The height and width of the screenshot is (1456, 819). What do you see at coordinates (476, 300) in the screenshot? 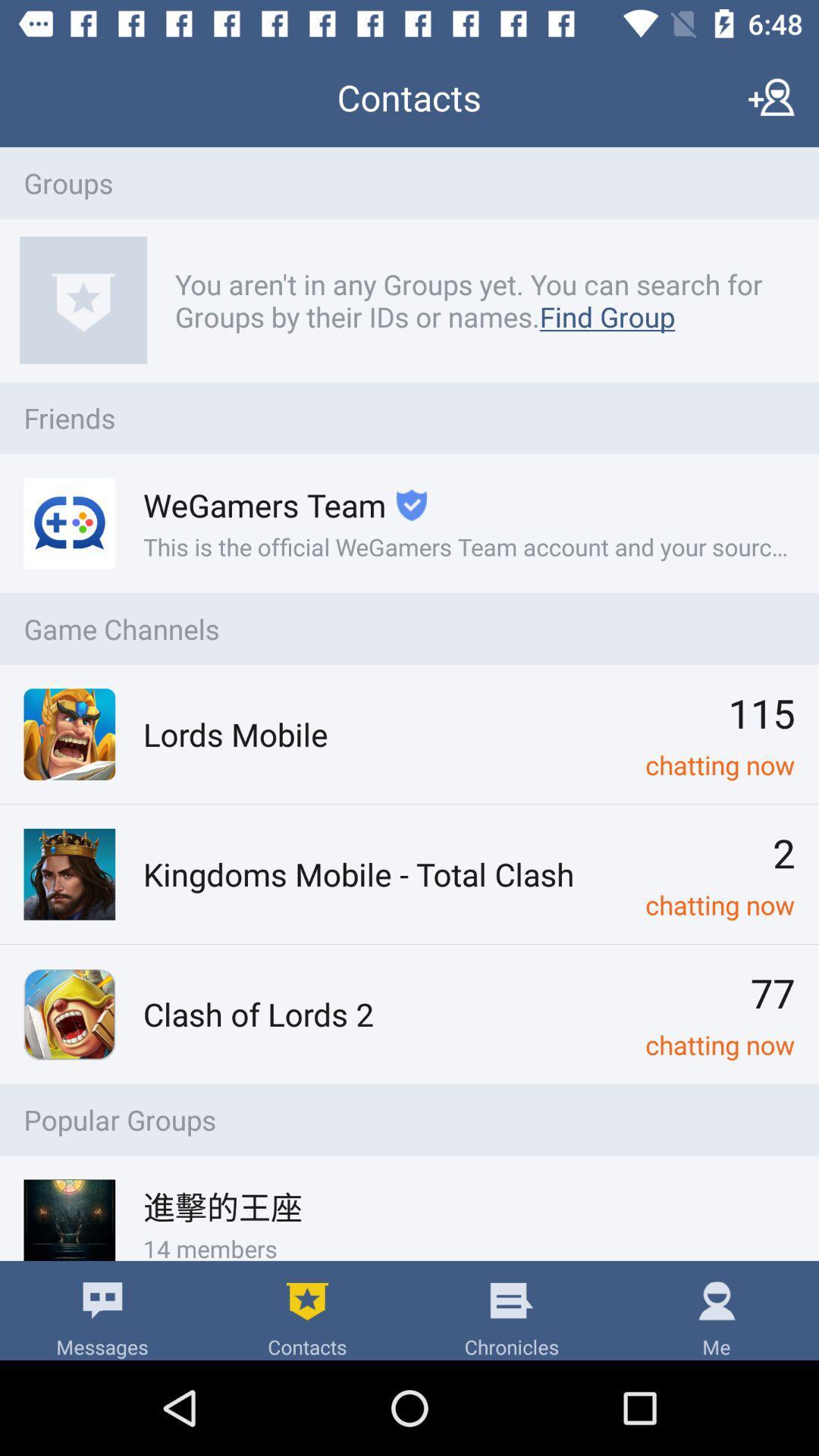
I see `app above friends icon` at bounding box center [476, 300].